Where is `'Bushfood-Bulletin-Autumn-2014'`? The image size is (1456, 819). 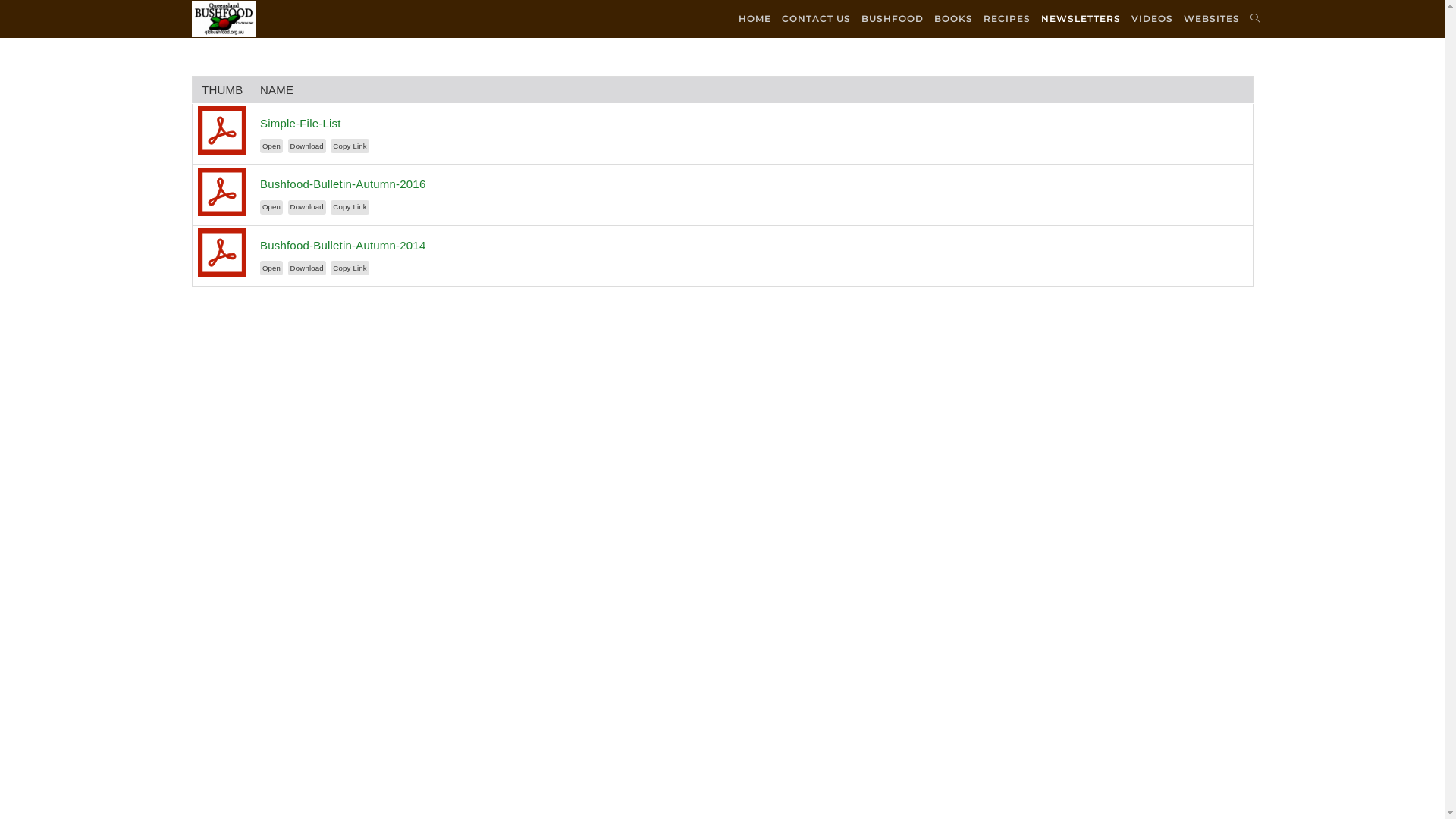
'Bushfood-Bulletin-Autumn-2014' is located at coordinates (259, 244).